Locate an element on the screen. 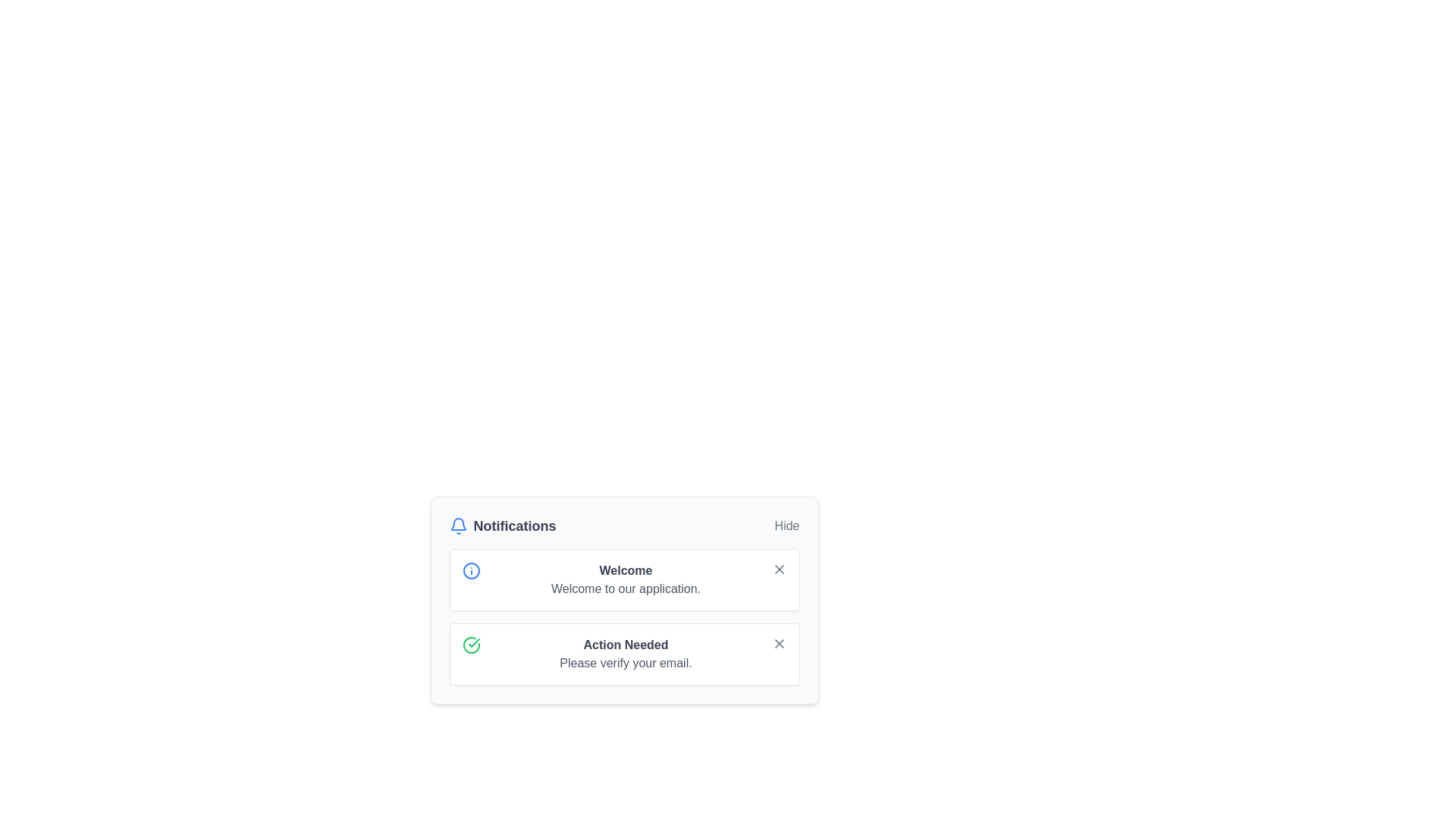 The height and width of the screenshot is (819, 1456). the bell icon located in the notification header area is located at coordinates (457, 526).